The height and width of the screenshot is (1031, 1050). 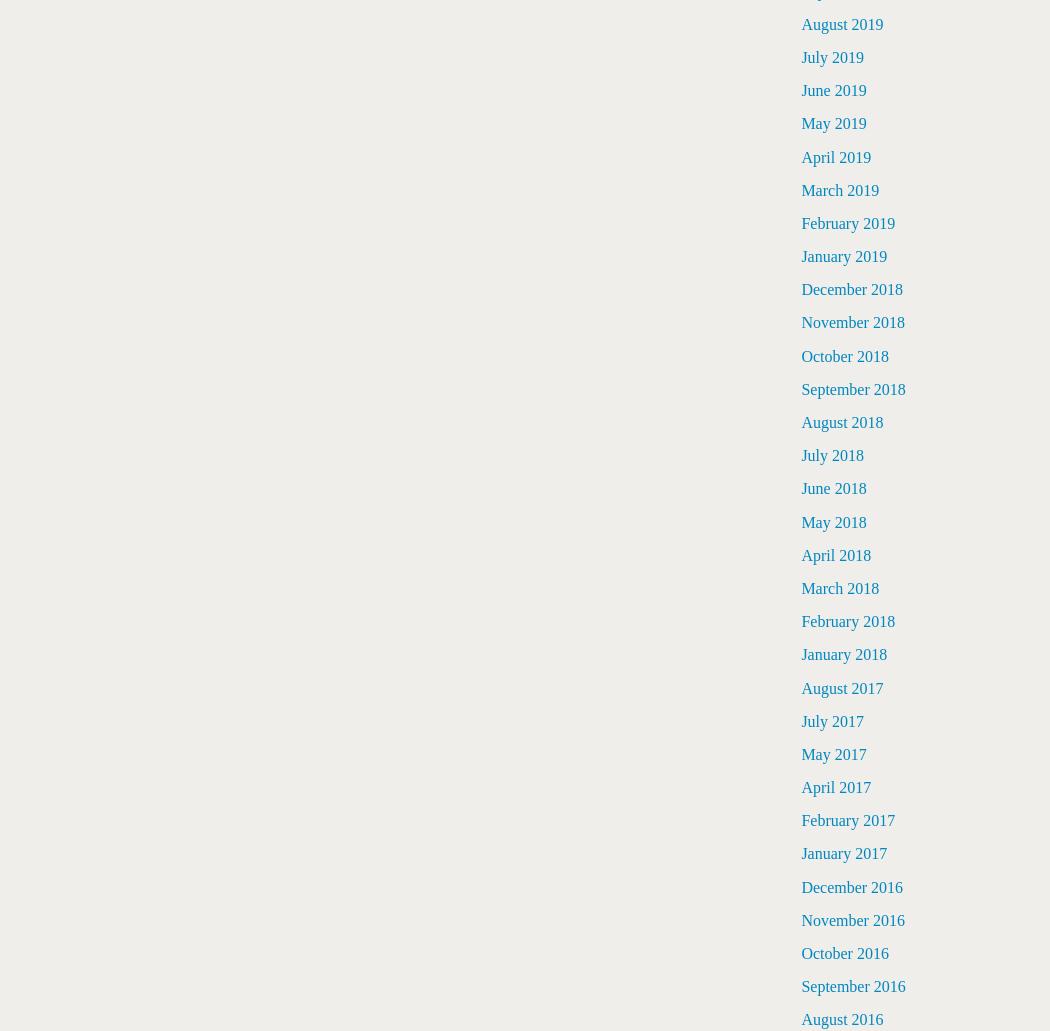 I want to click on 'December 2016', so click(x=851, y=886).